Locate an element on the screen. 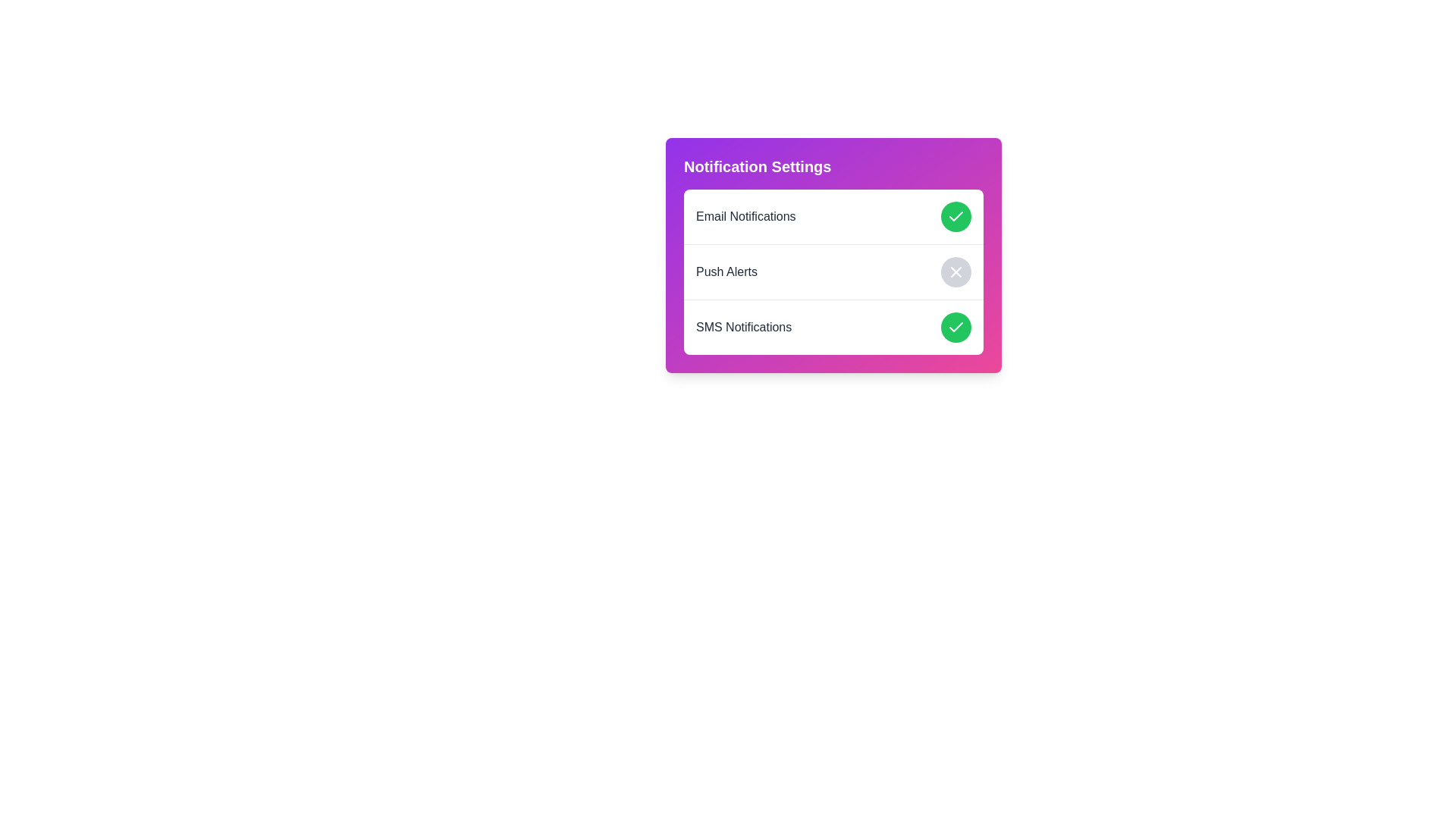  the 'Push Alerts' text label displayed in bold dark gray font within the purple notification settings box is located at coordinates (726, 271).